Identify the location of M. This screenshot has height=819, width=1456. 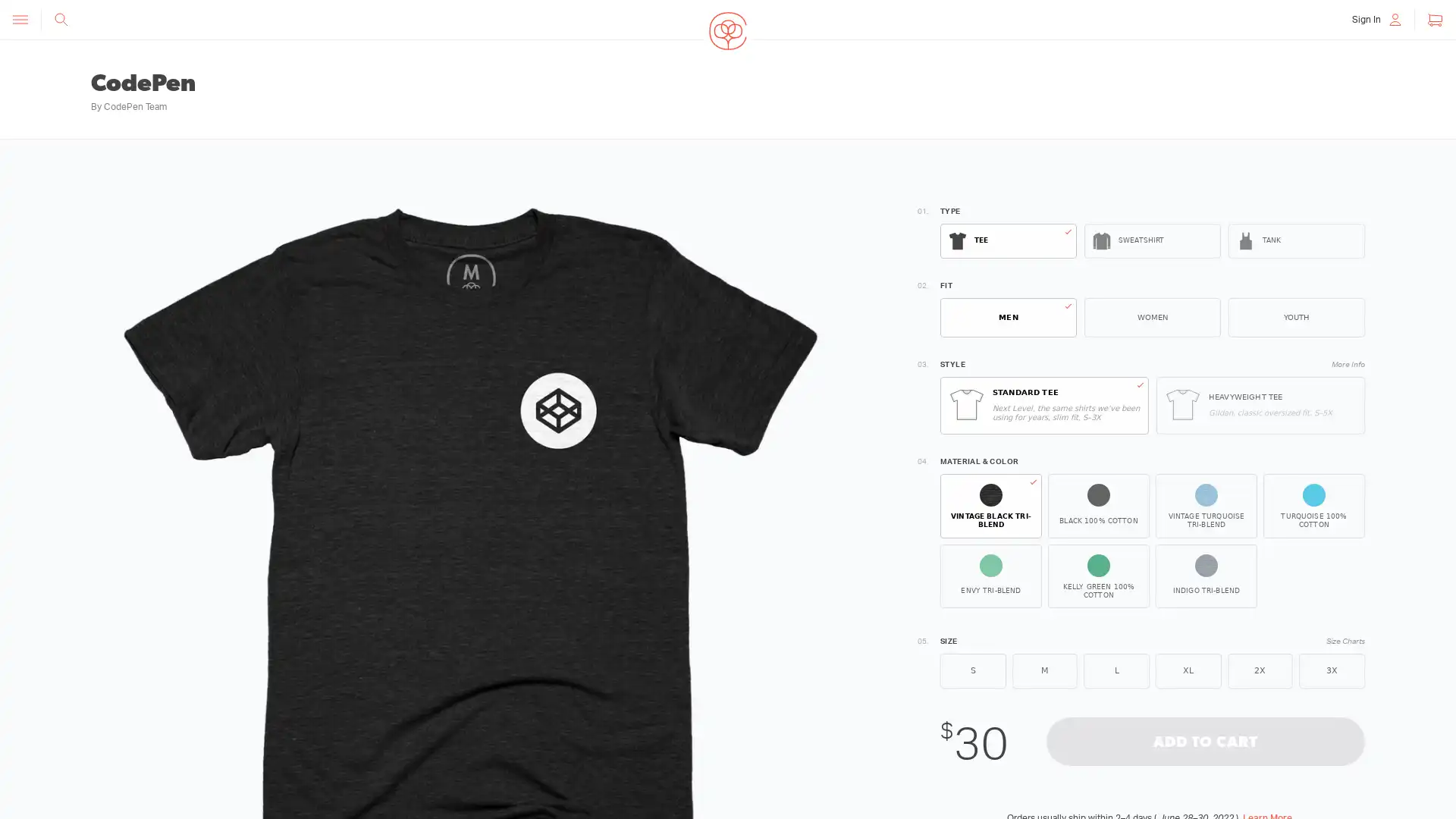
(1043, 670).